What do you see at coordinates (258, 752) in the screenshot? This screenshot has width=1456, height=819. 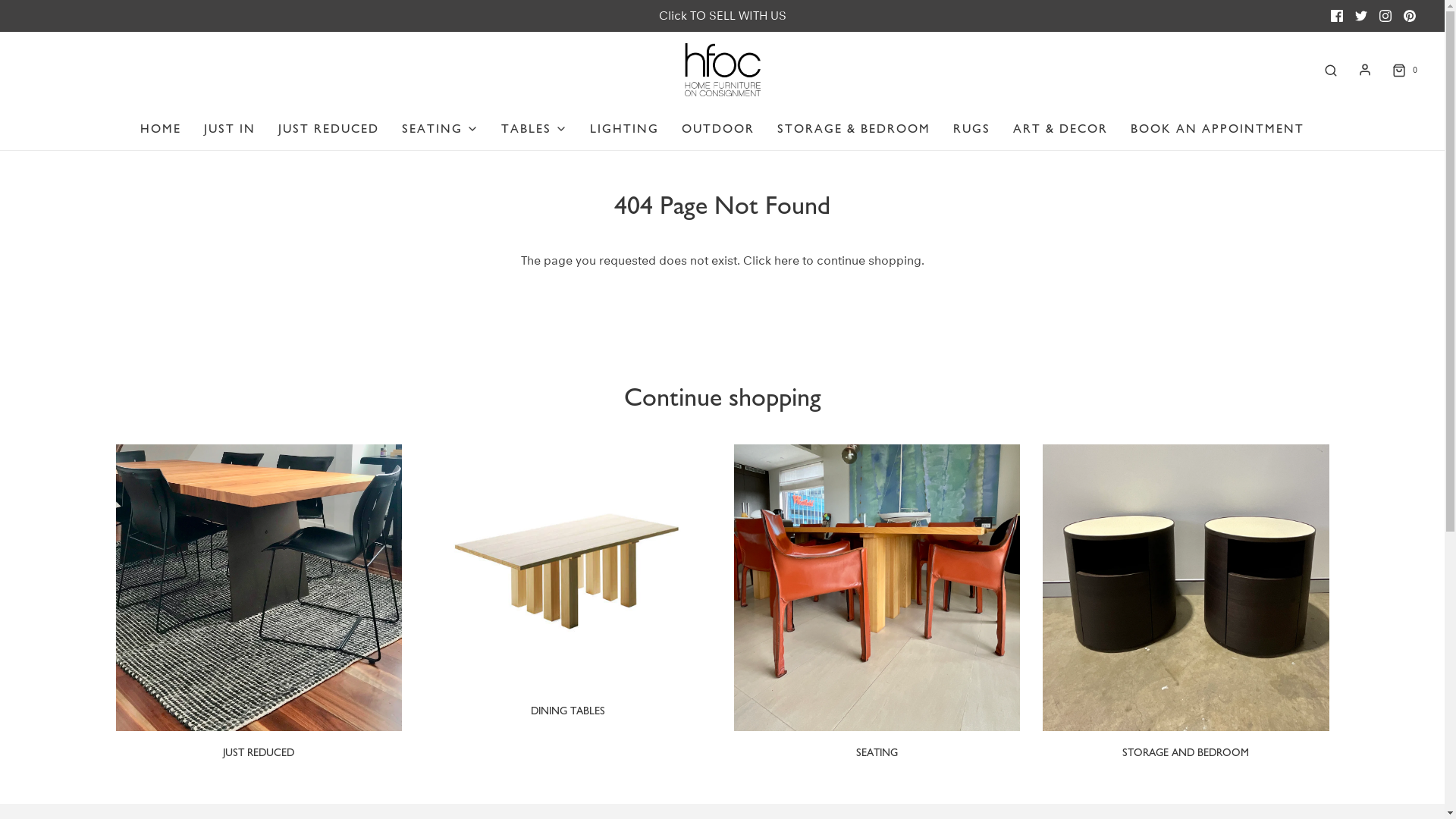 I see `'JUST REDUCED'` at bounding box center [258, 752].